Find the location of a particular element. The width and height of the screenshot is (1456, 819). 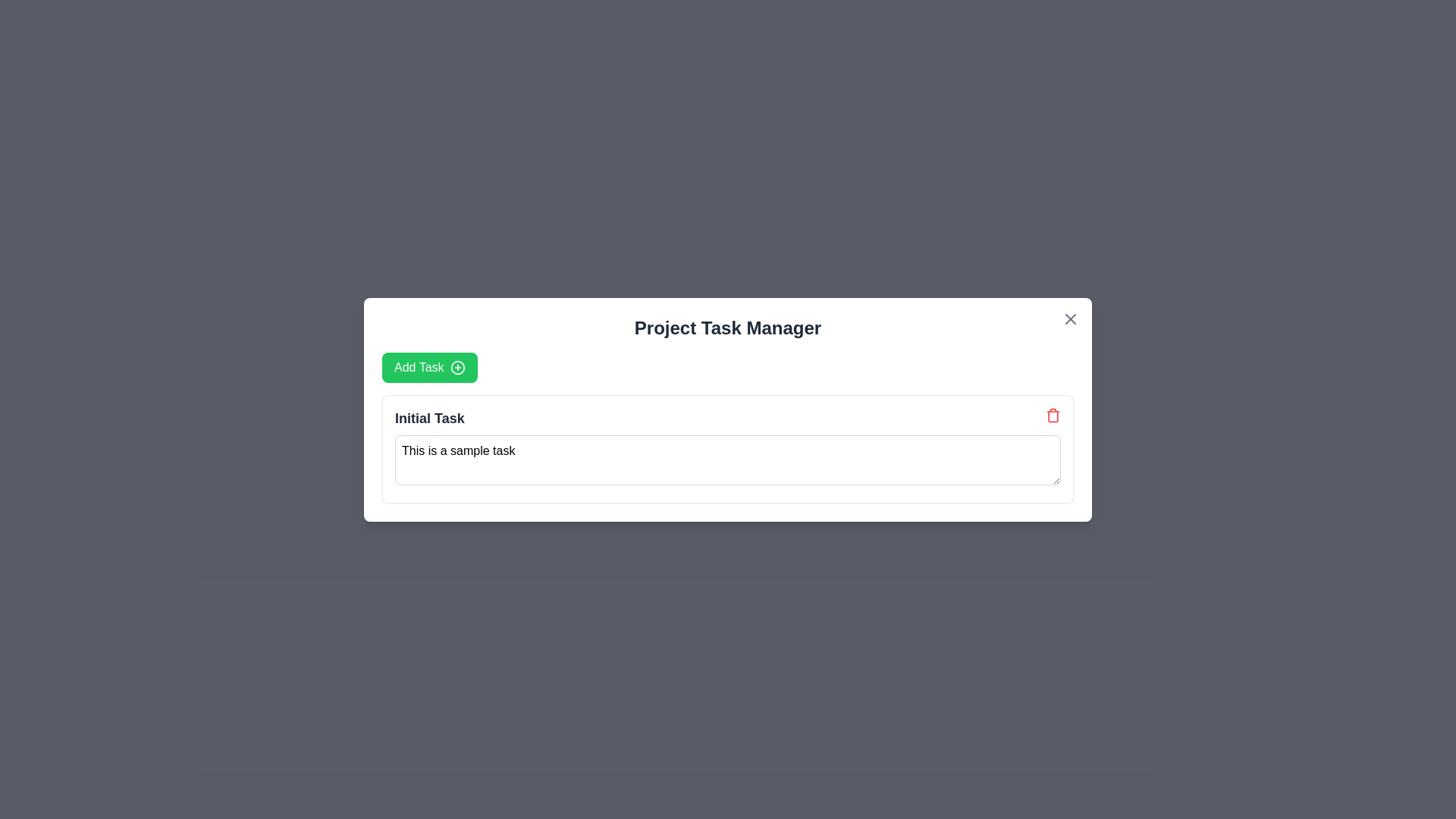

the 'Add Task' button located in the 'Project Task Manager' modal, positioned beneath the title and above 'Initial Task', to initiate adding a task is located at coordinates (428, 367).